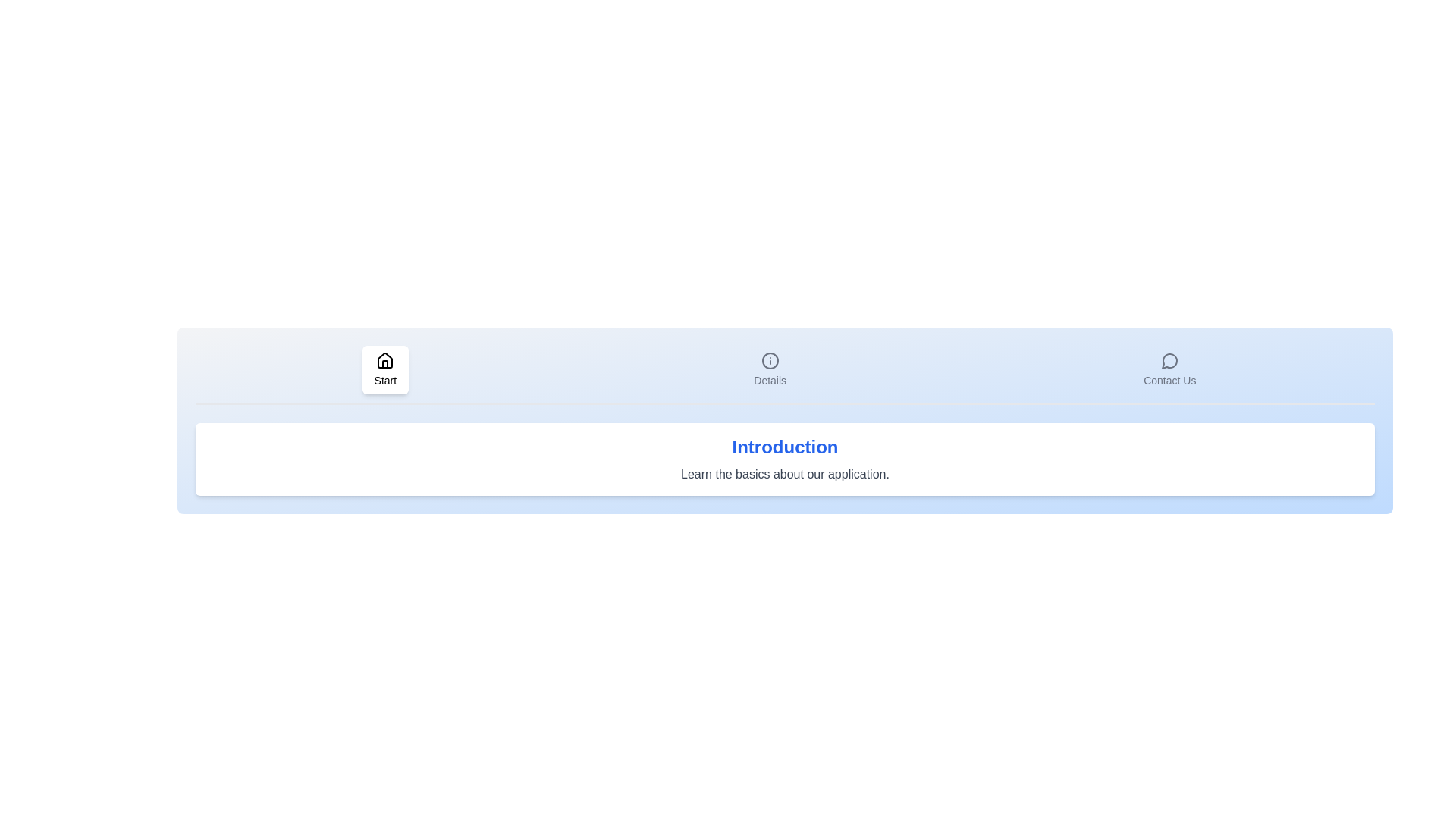 Image resolution: width=1456 pixels, height=819 pixels. Describe the element at coordinates (1169, 370) in the screenshot. I see `the icon of the Contact Us tab to activate it` at that location.